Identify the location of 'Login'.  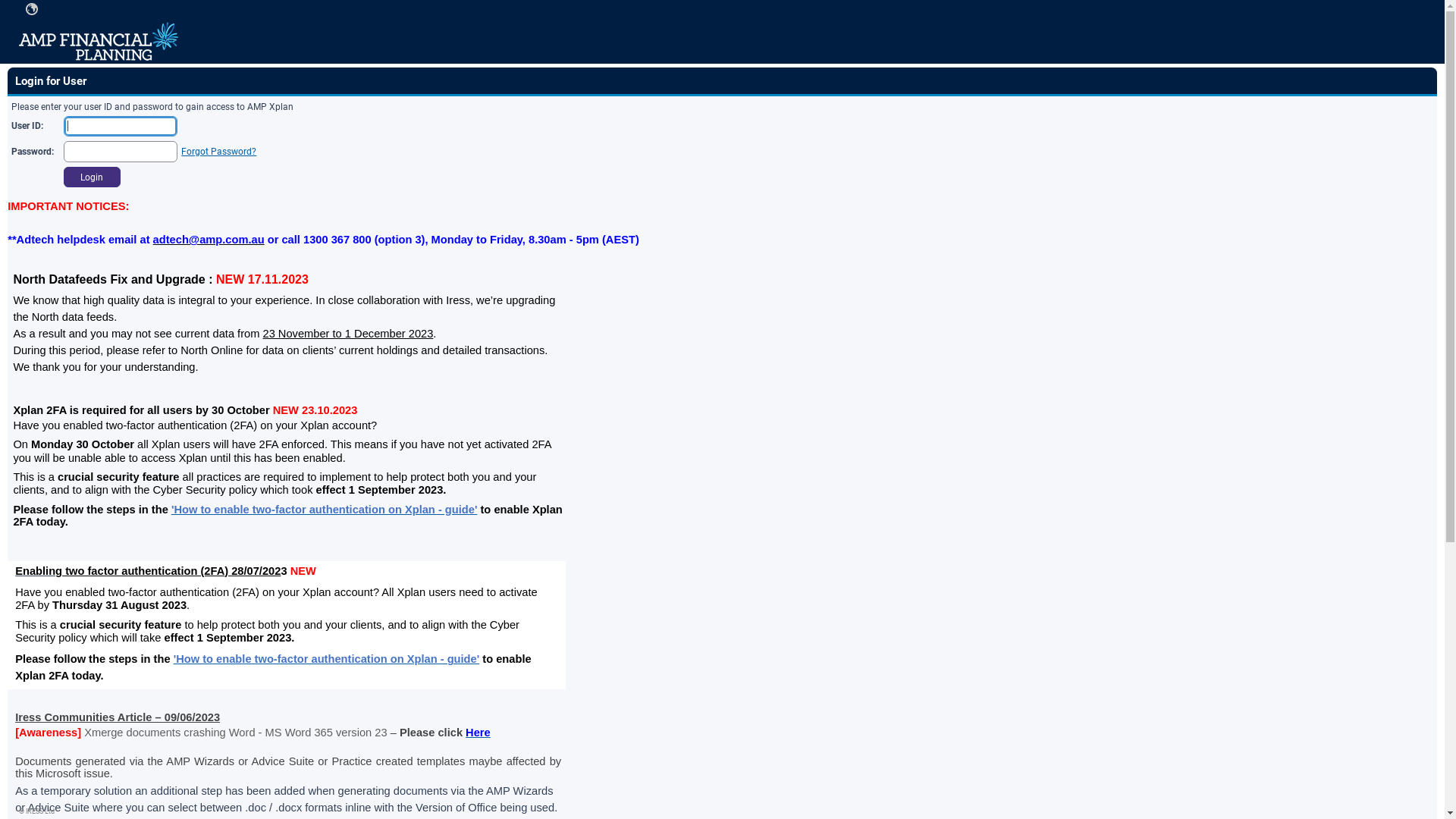
(91, 177).